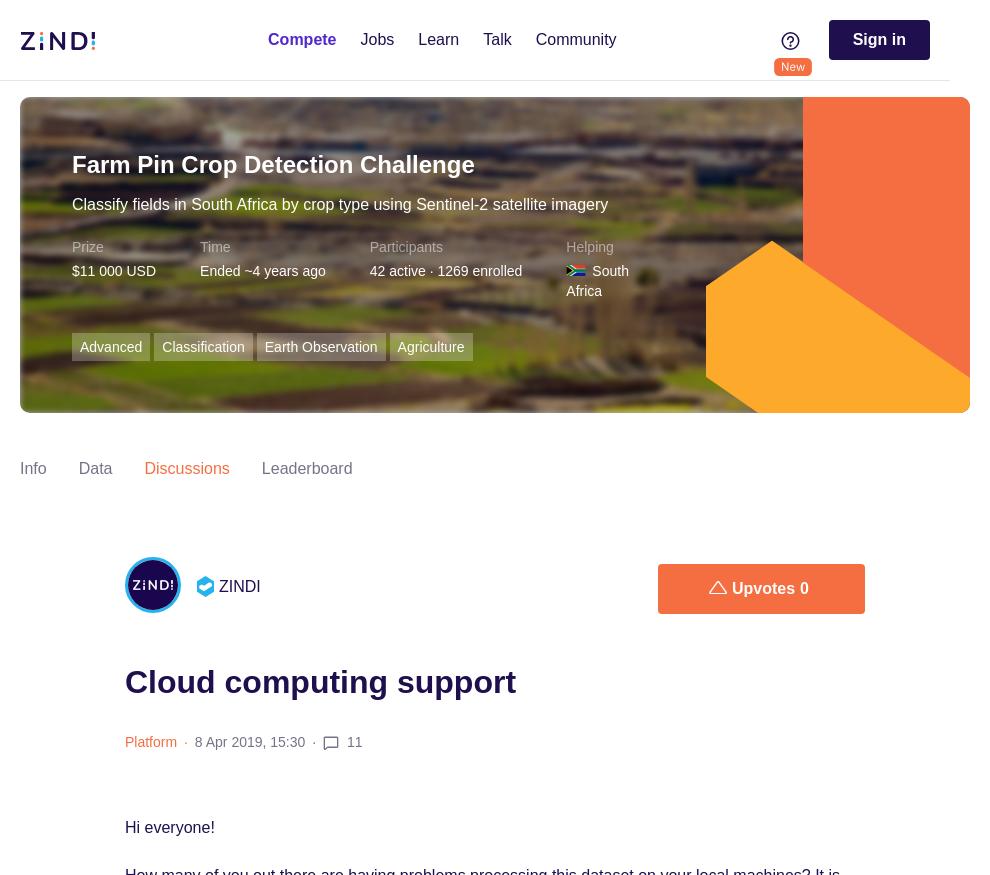 This screenshot has width=990, height=875. What do you see at coordinates (31, 468) in the screenshot?
I see `'Info'` at bounding box center [31, 468].